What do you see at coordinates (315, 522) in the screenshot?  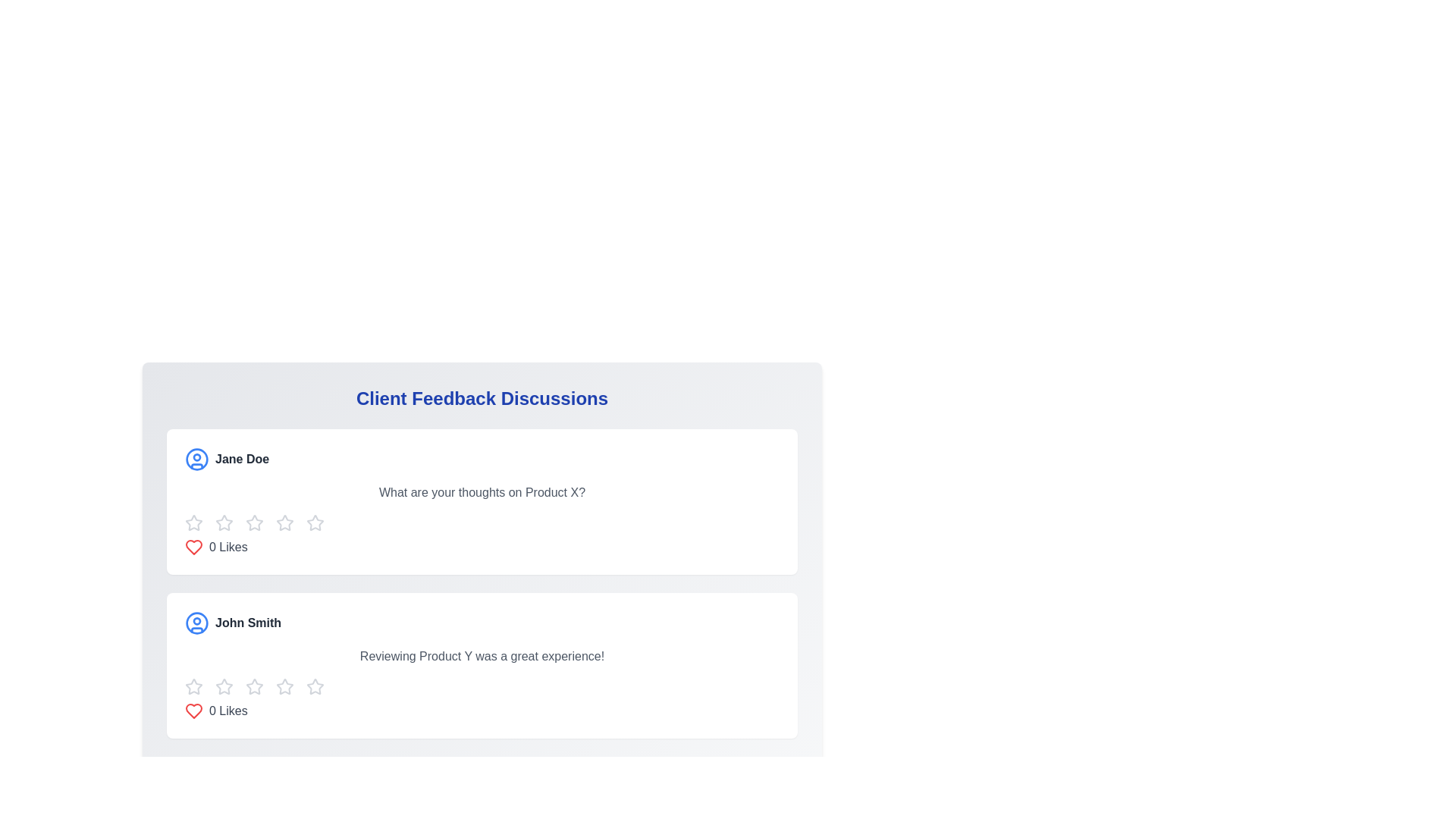 I see `the fourth star icon in the rating section below Jane Doe's message` at bounding box center [315, 522].